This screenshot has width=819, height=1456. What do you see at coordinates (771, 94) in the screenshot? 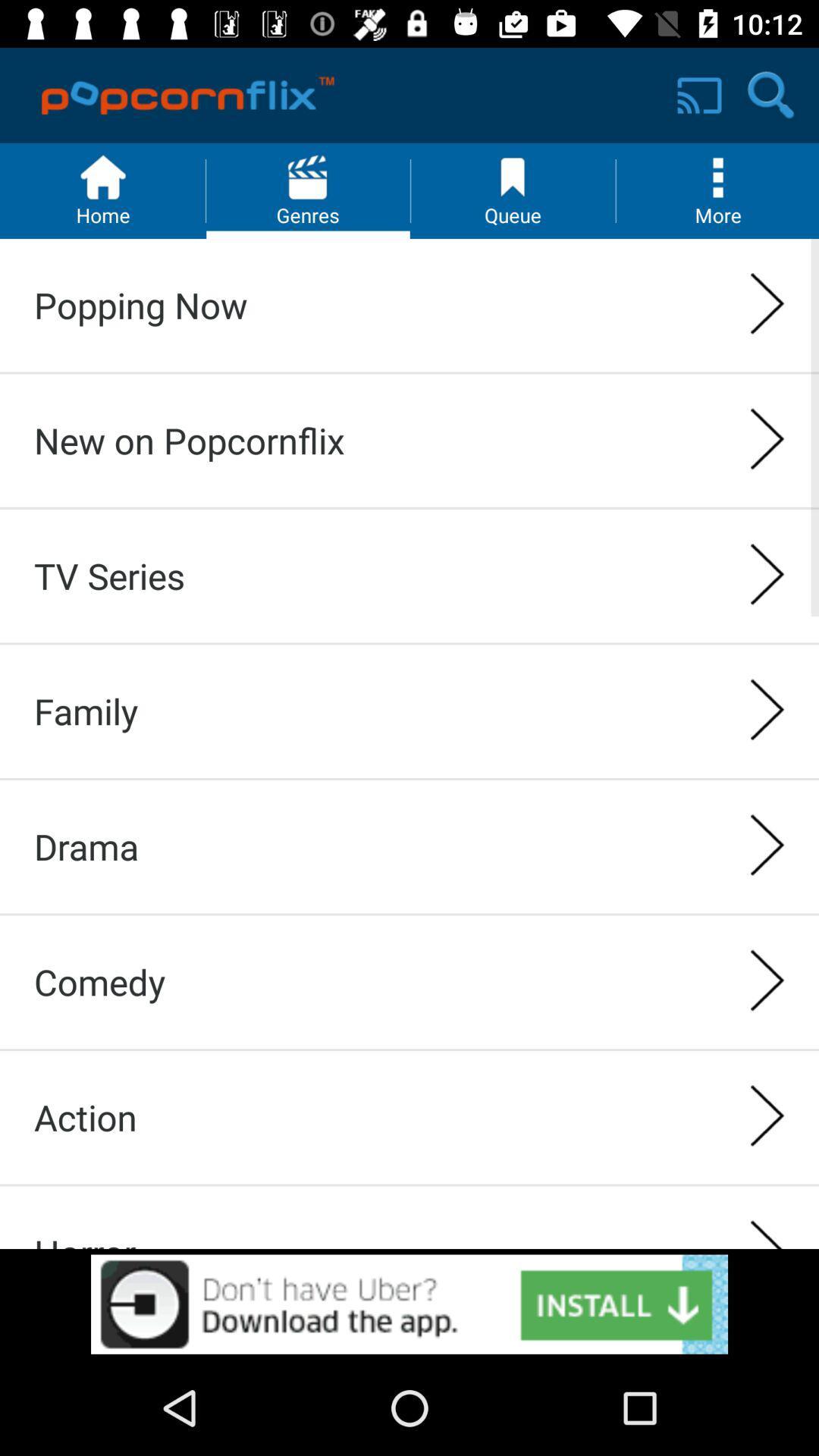
I see `the search icon` at bounding box center [771, 94].